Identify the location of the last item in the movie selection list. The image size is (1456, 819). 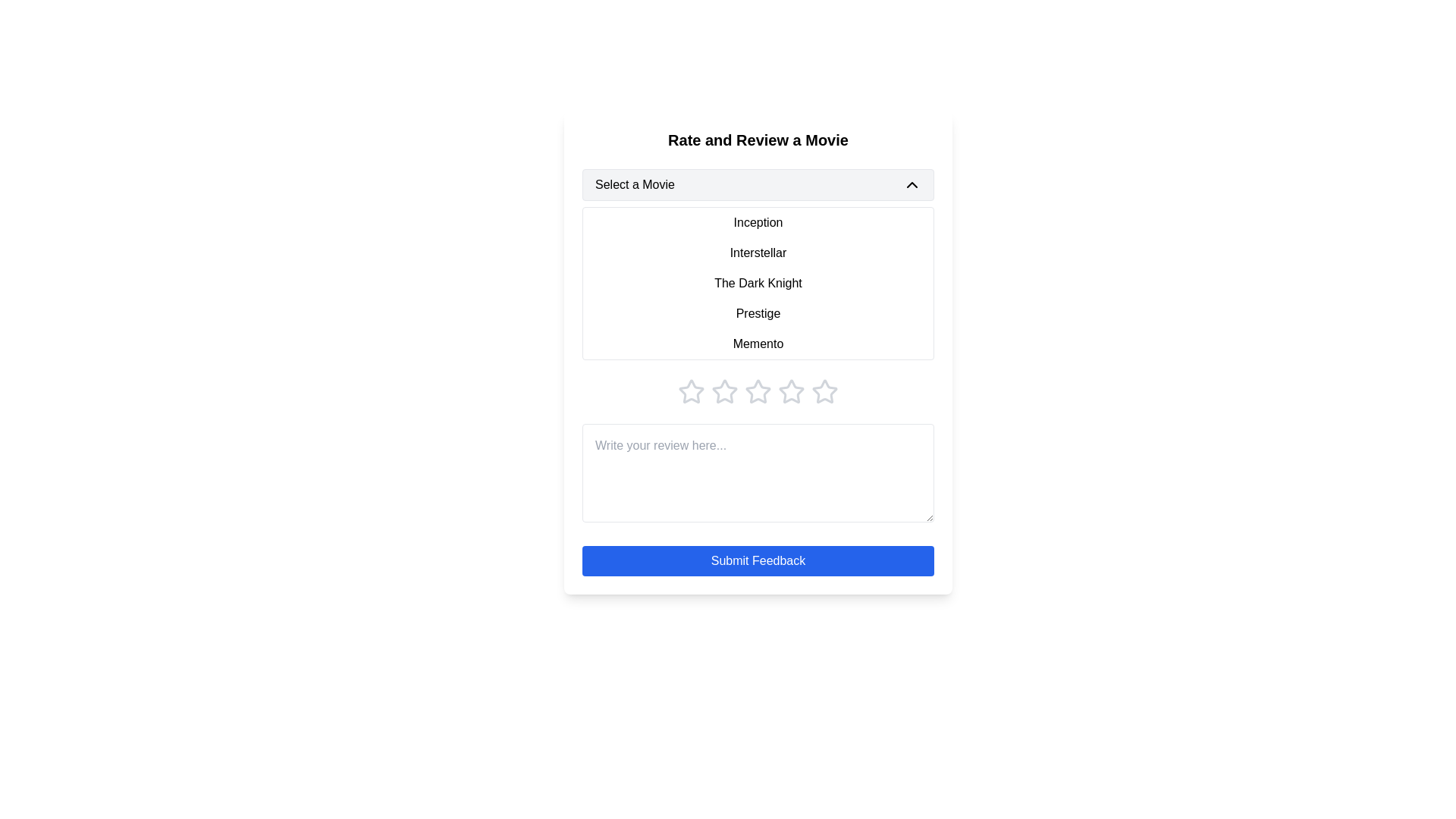
(758, 344).